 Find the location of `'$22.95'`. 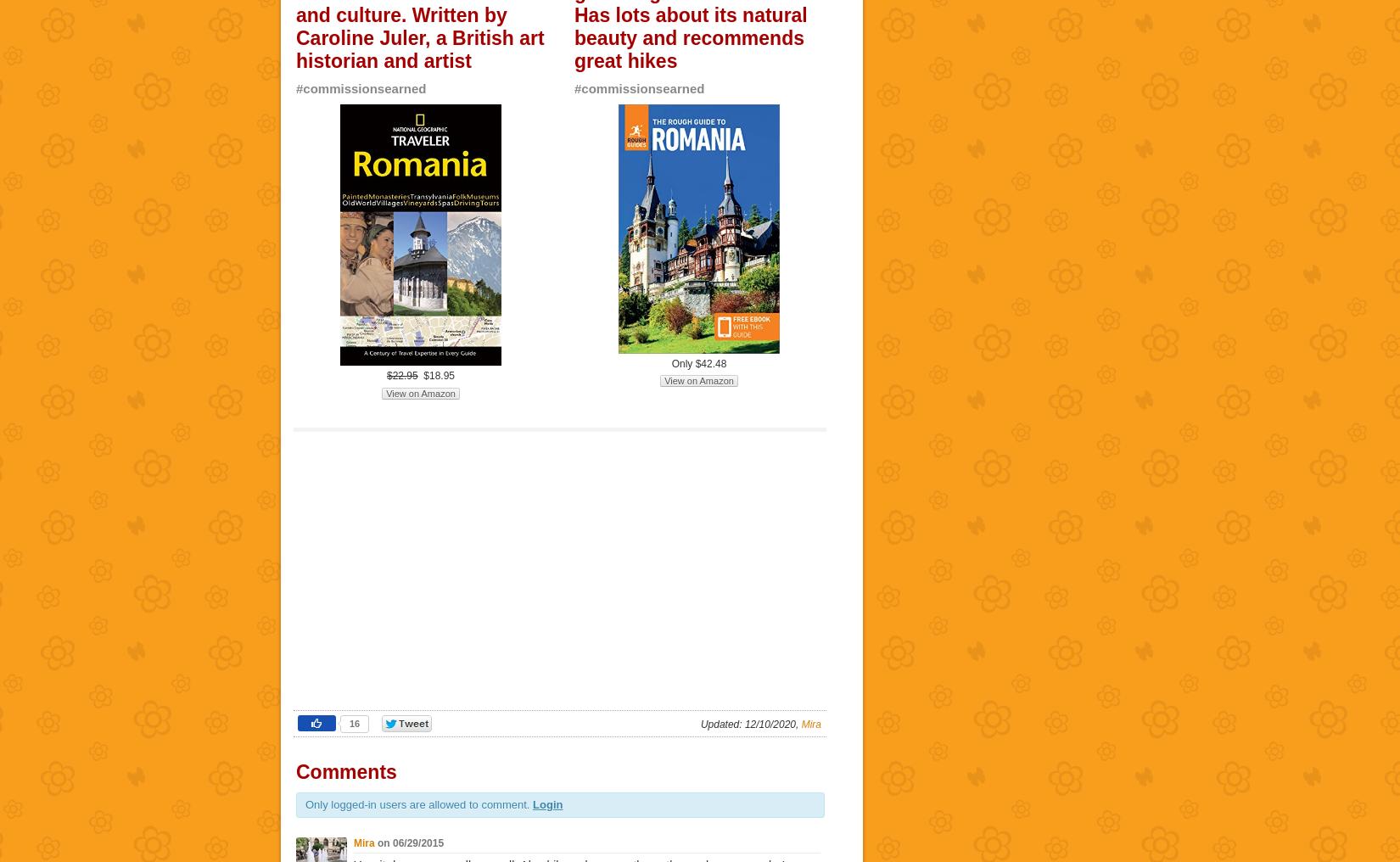

'$22.95' is located at coordinates (400, 374).